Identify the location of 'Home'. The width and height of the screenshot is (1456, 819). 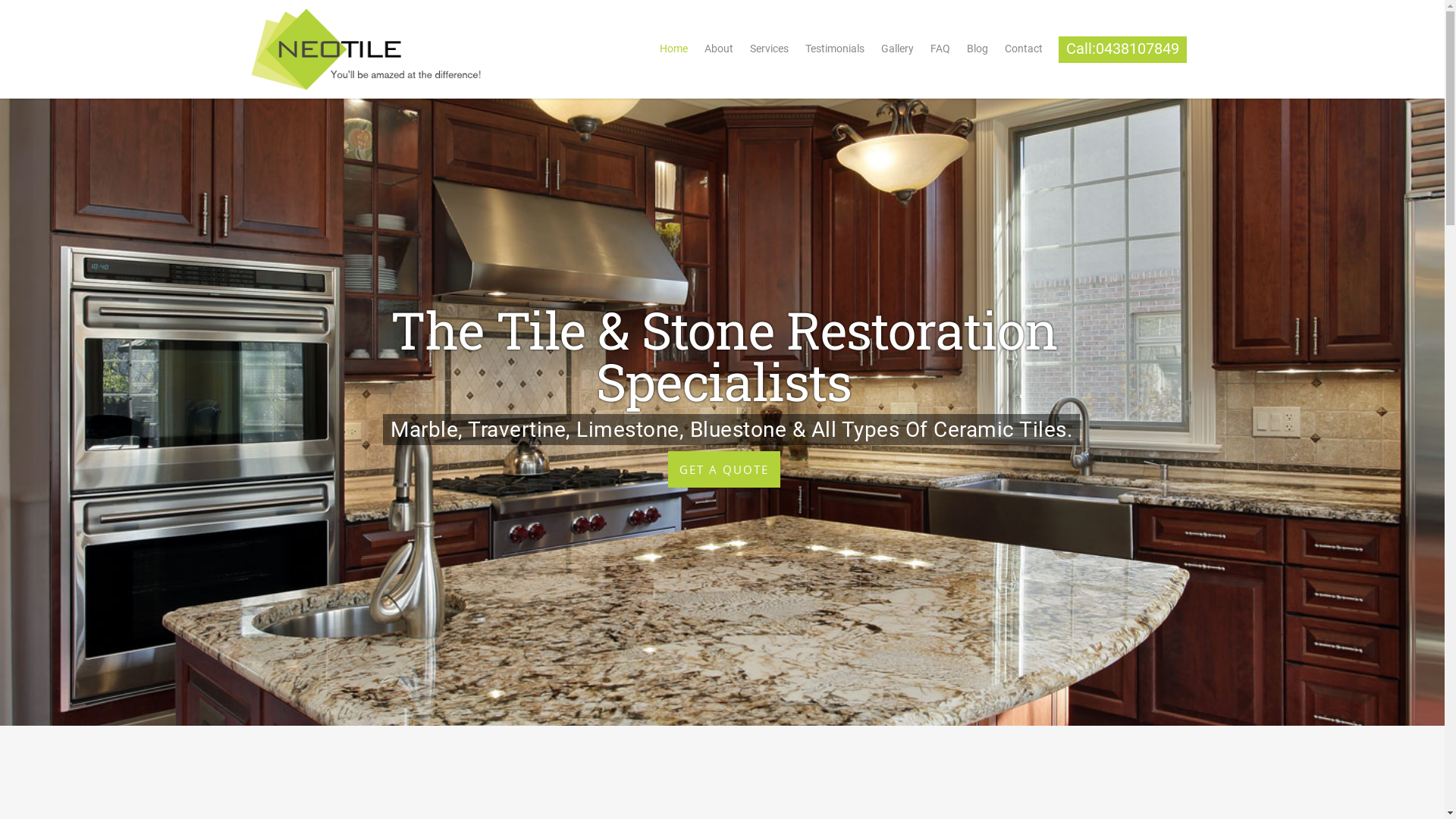
(651, 52).